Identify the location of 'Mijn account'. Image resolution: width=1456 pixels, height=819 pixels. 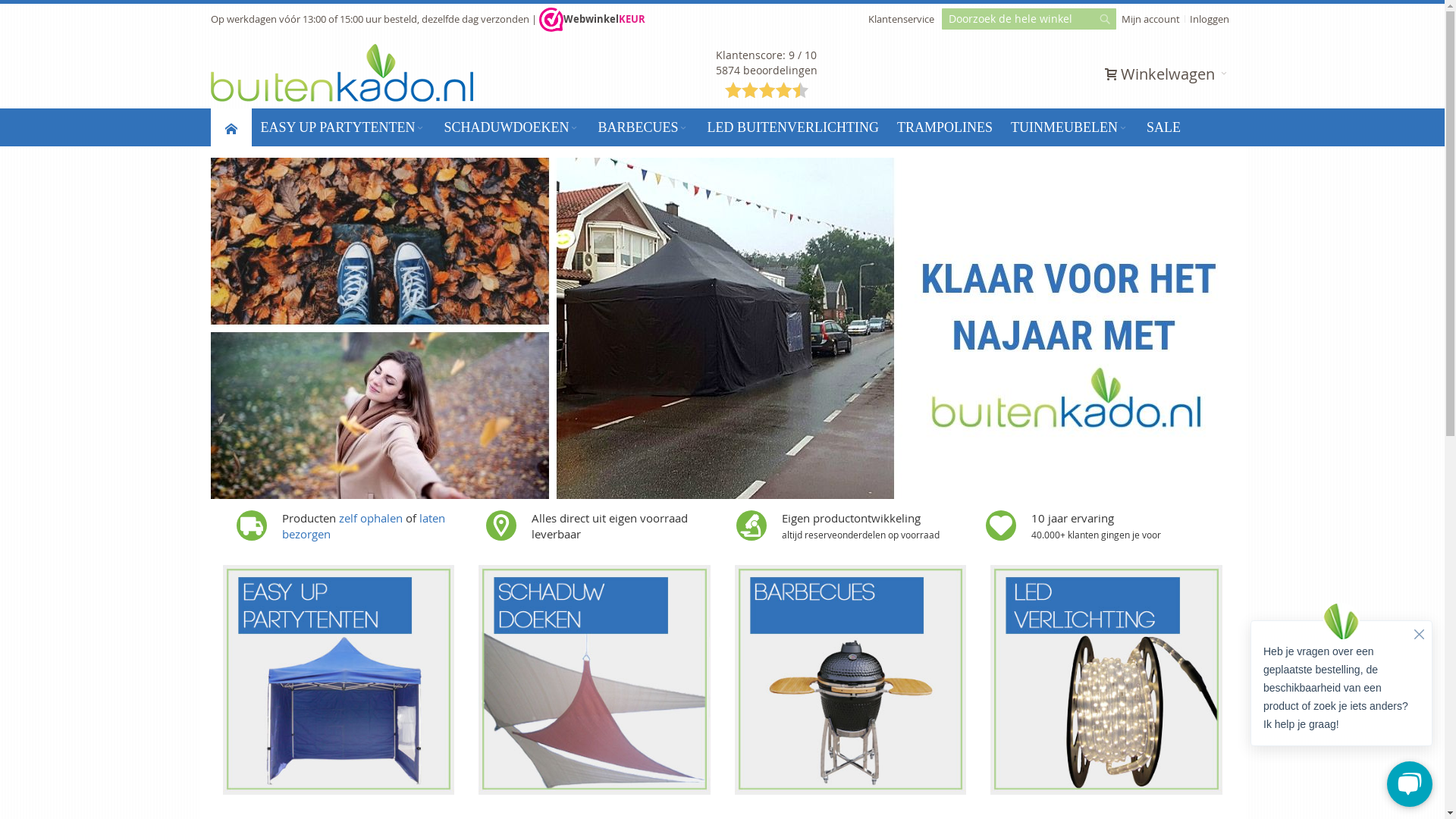
(1150, 18).